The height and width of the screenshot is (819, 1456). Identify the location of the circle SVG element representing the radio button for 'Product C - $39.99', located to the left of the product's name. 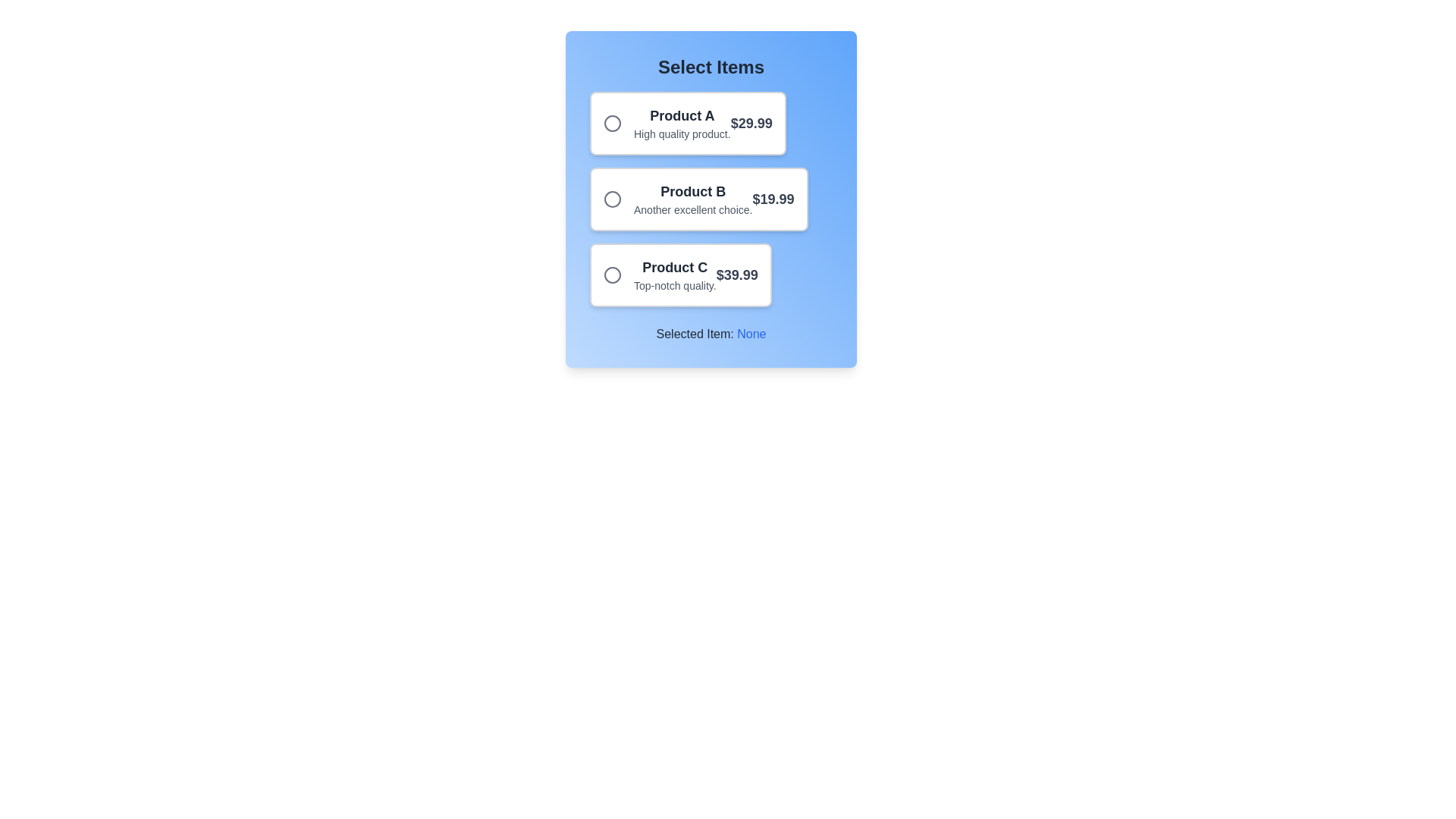
(612, 275).